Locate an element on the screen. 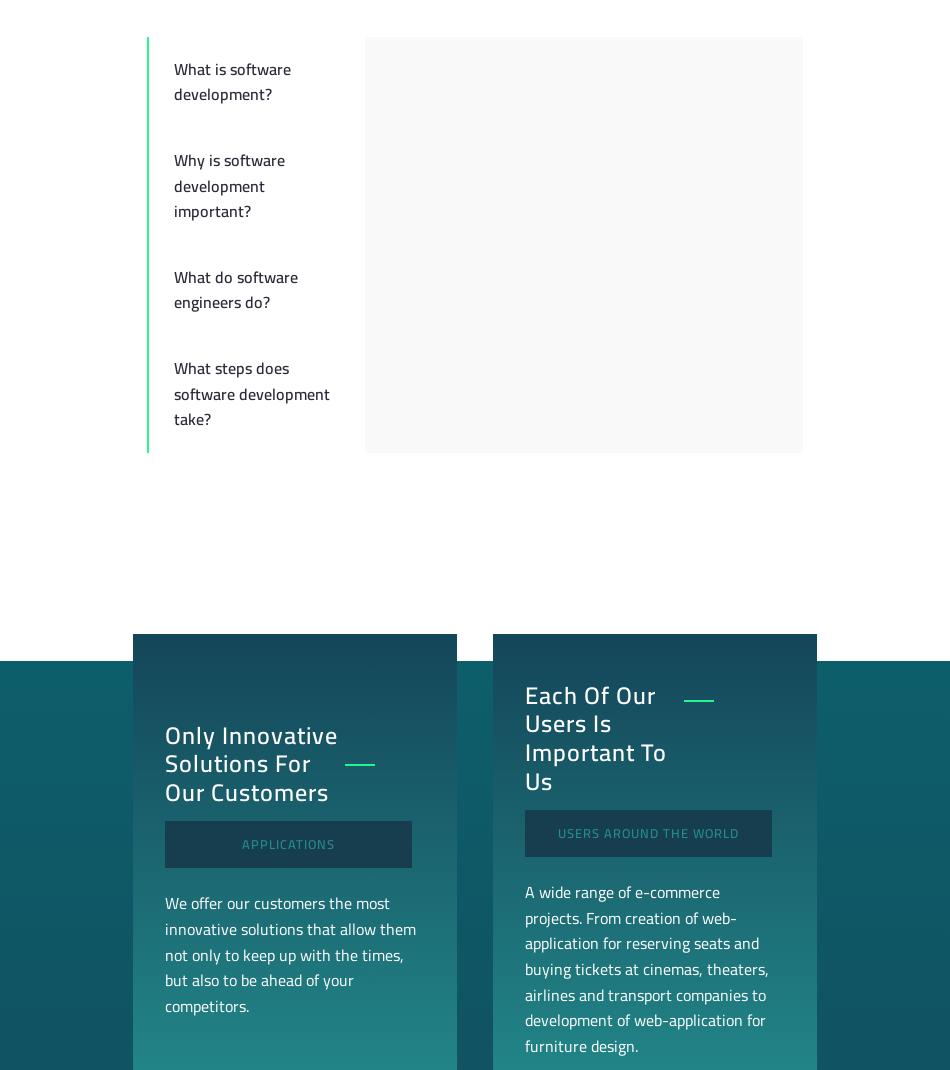 This screenshot has width=950, height=1070. 'A wide range of e-commerce projects. From creation of web-application for reserving seats and buying tickets at cinemas, theaters, airlines and transport companies to development of web-application for furniture design.' is located at coordinates (647, 967).